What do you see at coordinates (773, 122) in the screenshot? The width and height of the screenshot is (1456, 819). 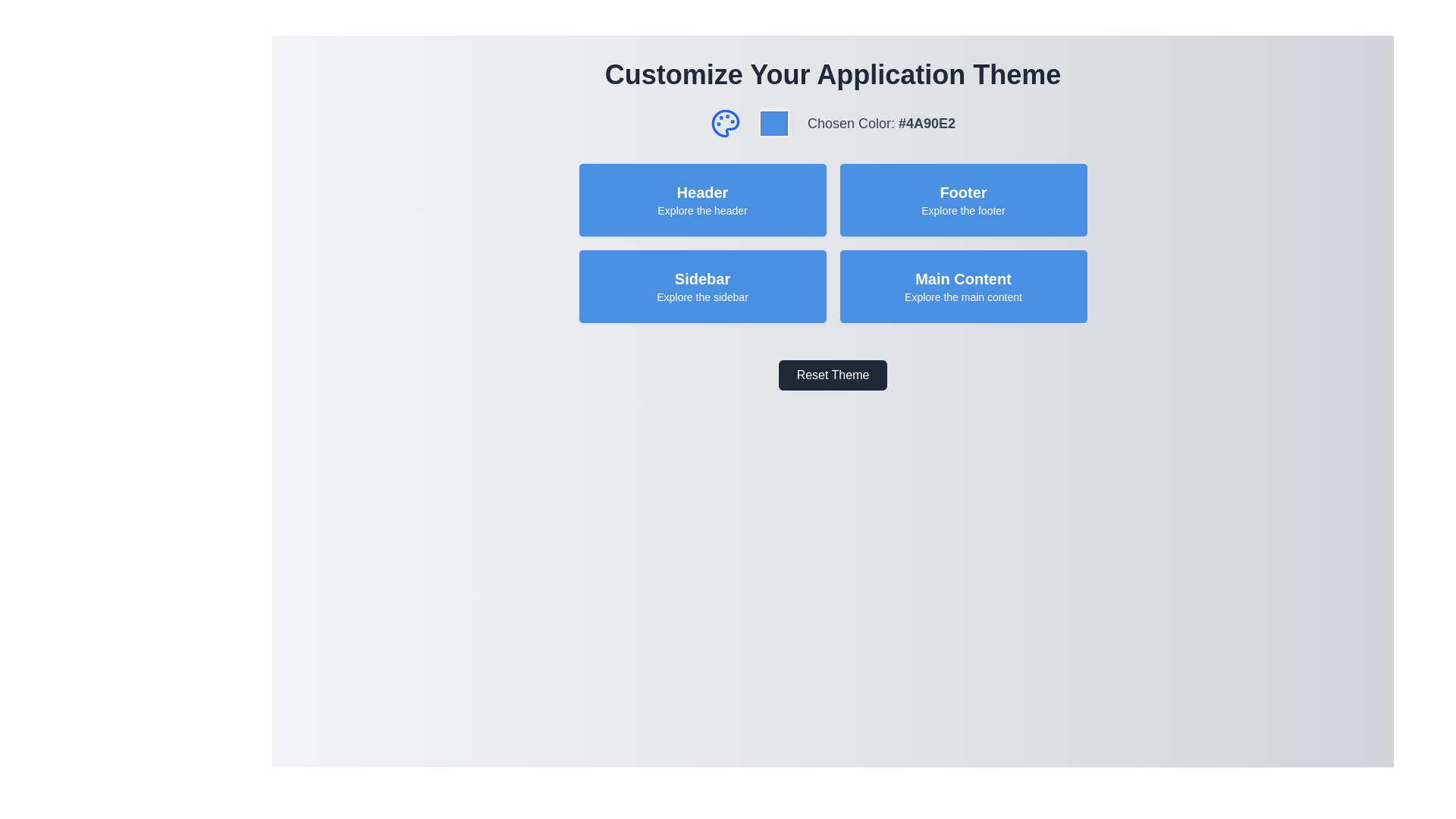 I see `the color selector input element` at bounding box center [773, 122].